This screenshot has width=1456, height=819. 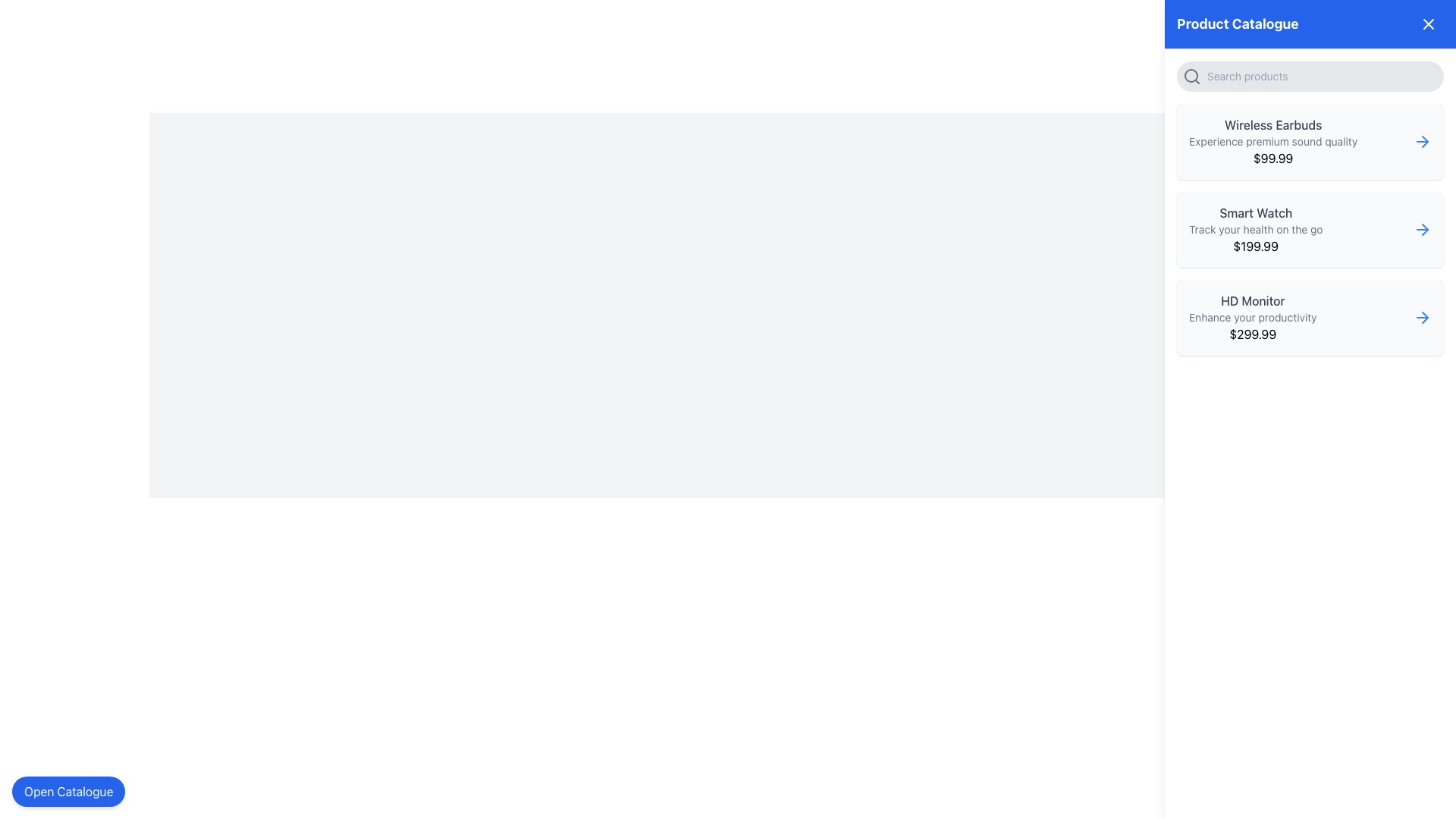 I want to click on the Close Button in the top-right corner of the 'Product Catalogue' panel, so click(x=1427, y=24).